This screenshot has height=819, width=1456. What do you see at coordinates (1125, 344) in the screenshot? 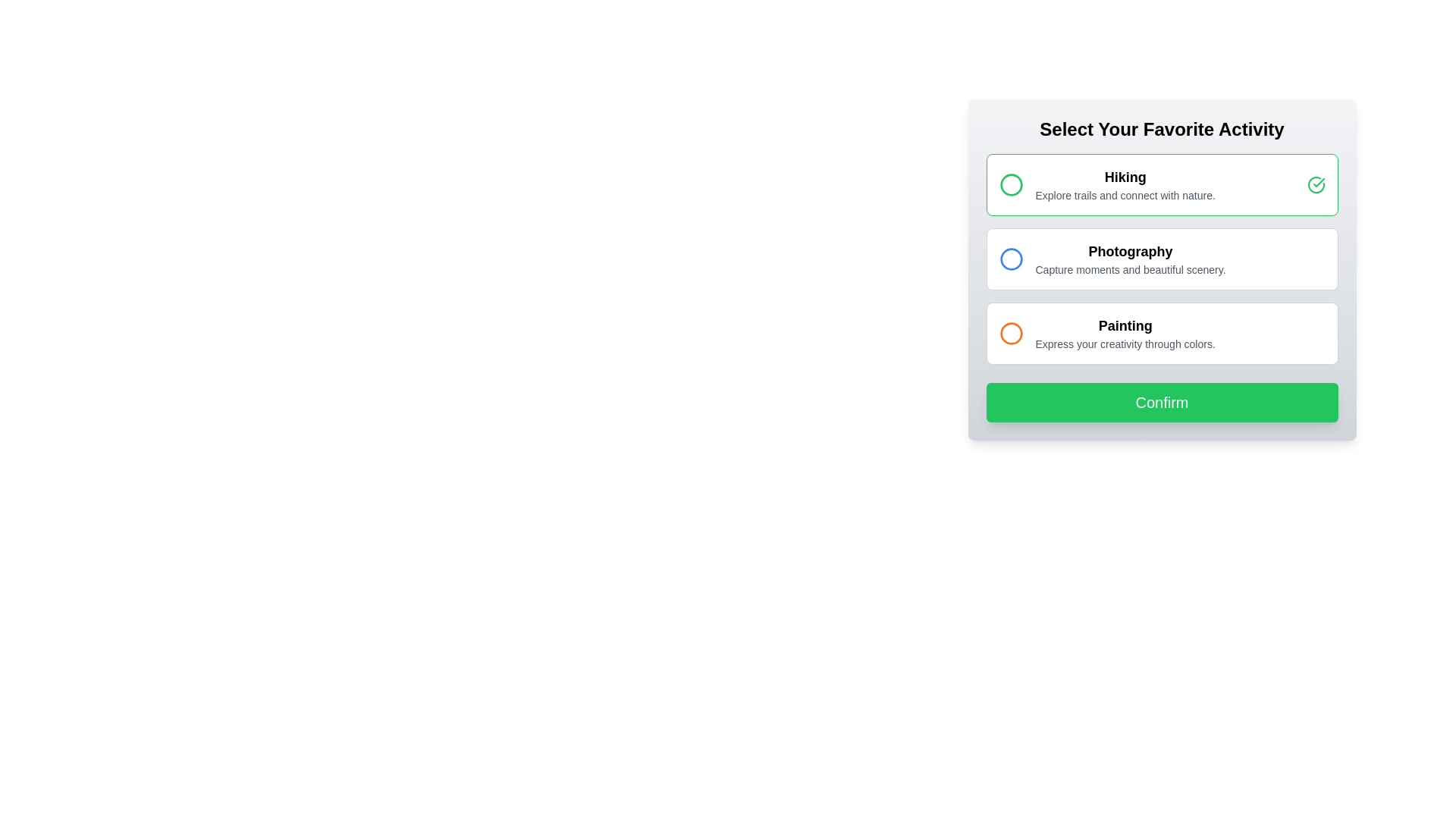
I see `the static text label that reads 'Express your creativity through colors.', which is positioned below the title 'Painting' in the third option group of the vertical list` at bounding box center [1125, 344].